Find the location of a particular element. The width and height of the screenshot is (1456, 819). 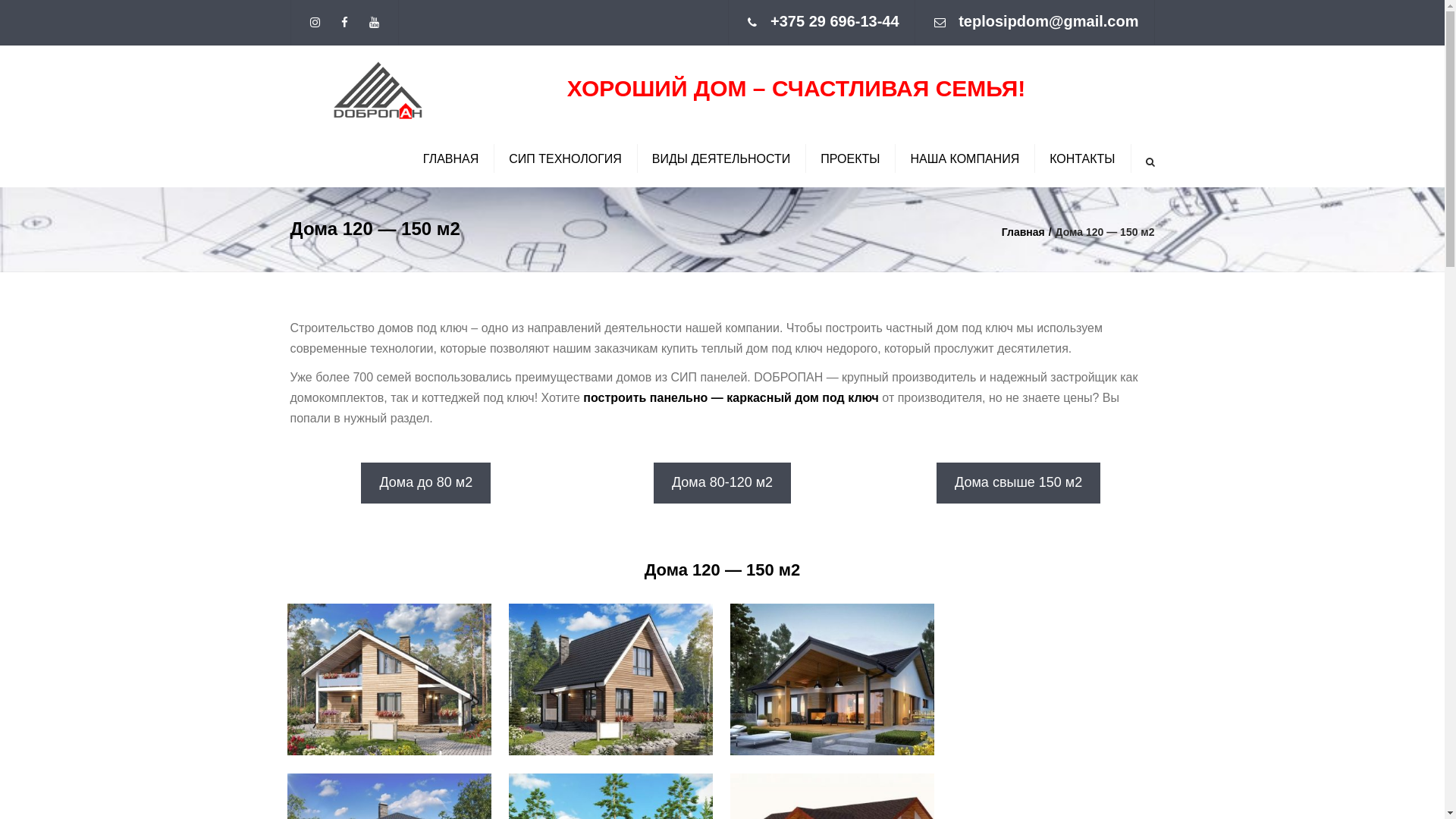

'teplosipdom@gmail.com' is located at coordinates (1047, 20).